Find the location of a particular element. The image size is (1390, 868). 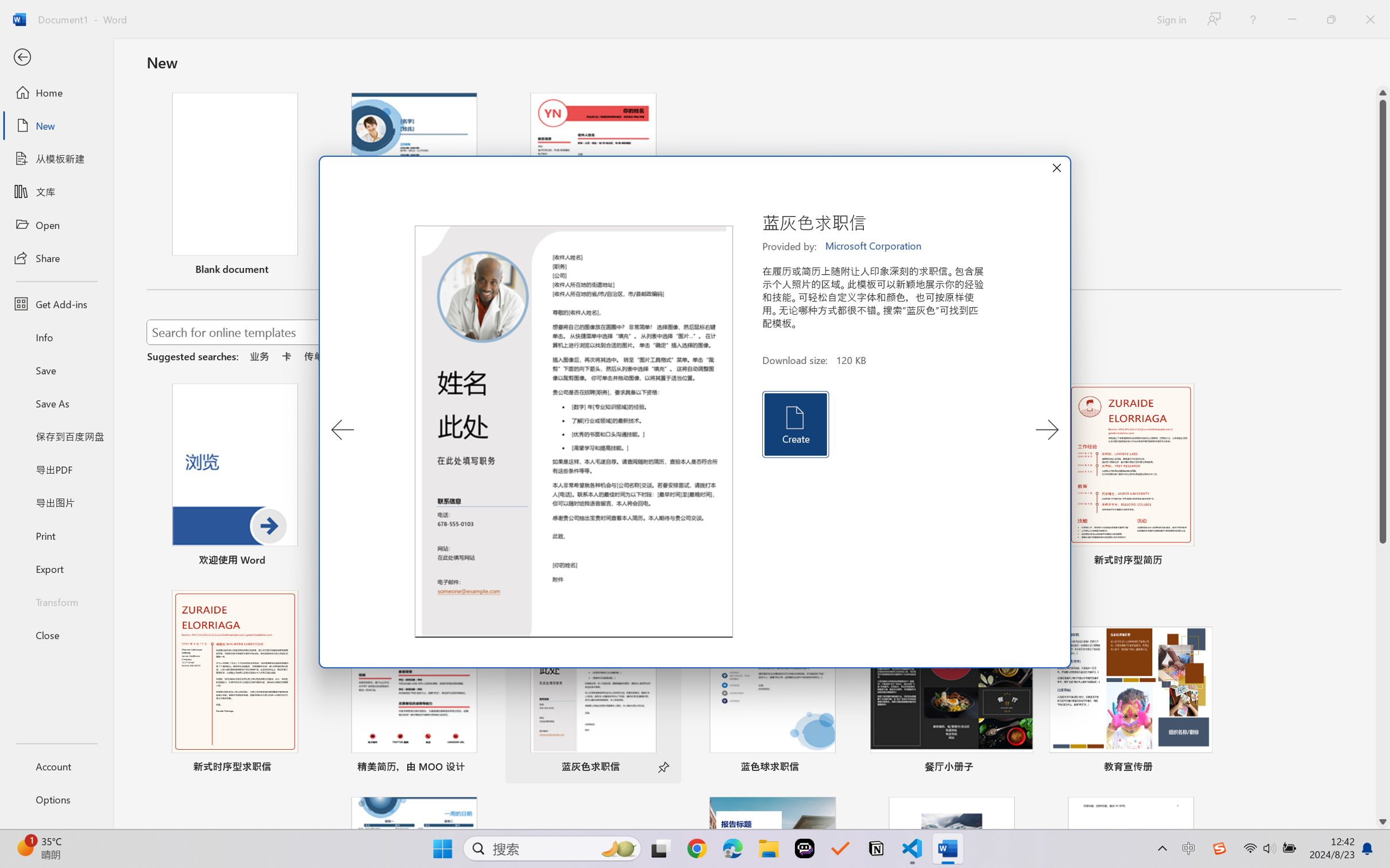

'Previous Template' is located at coordinates (342, 429).